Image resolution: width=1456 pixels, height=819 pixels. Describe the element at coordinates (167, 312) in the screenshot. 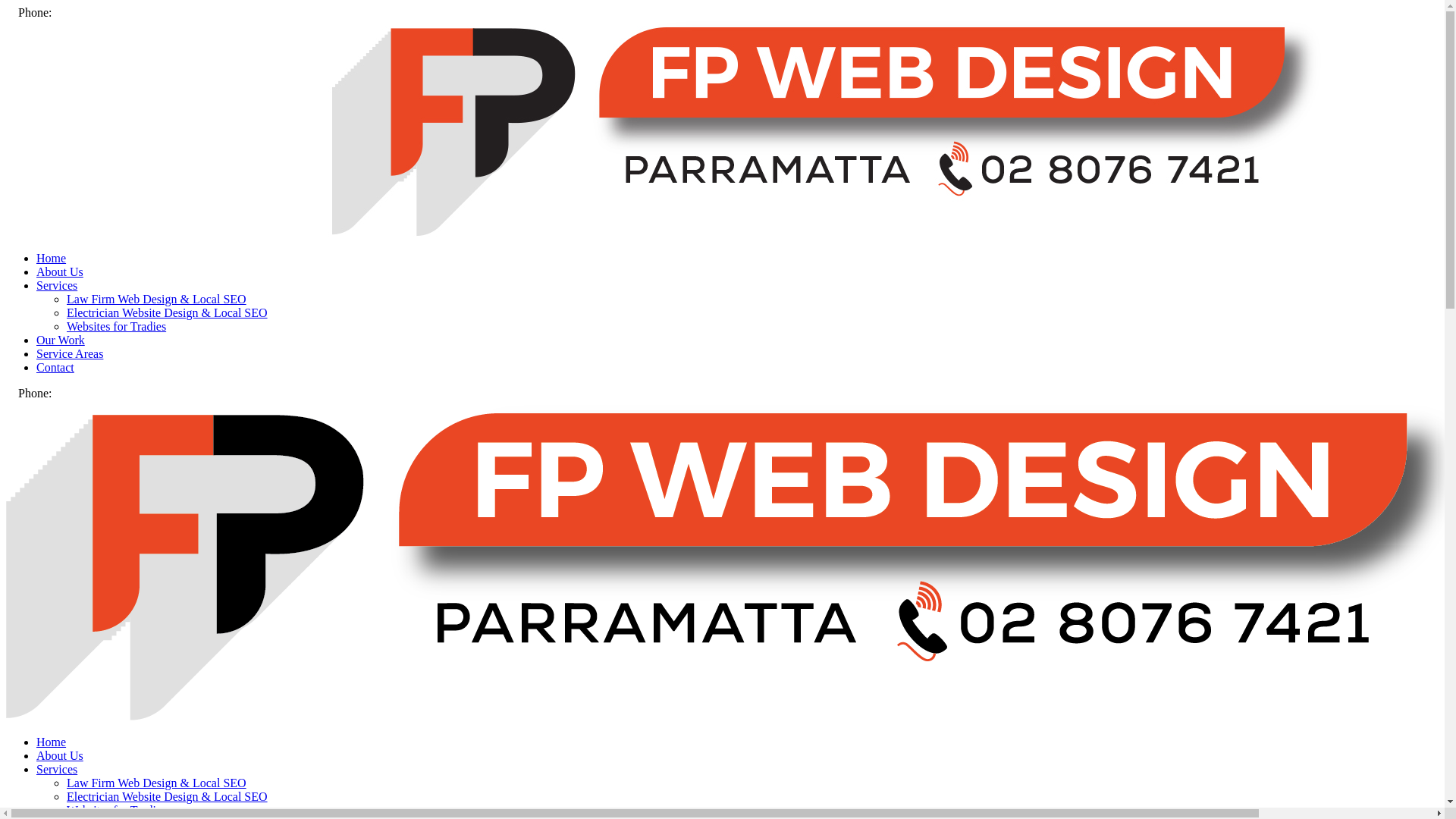

I see `'Electrician Website Design & Local SEO'` at that location.